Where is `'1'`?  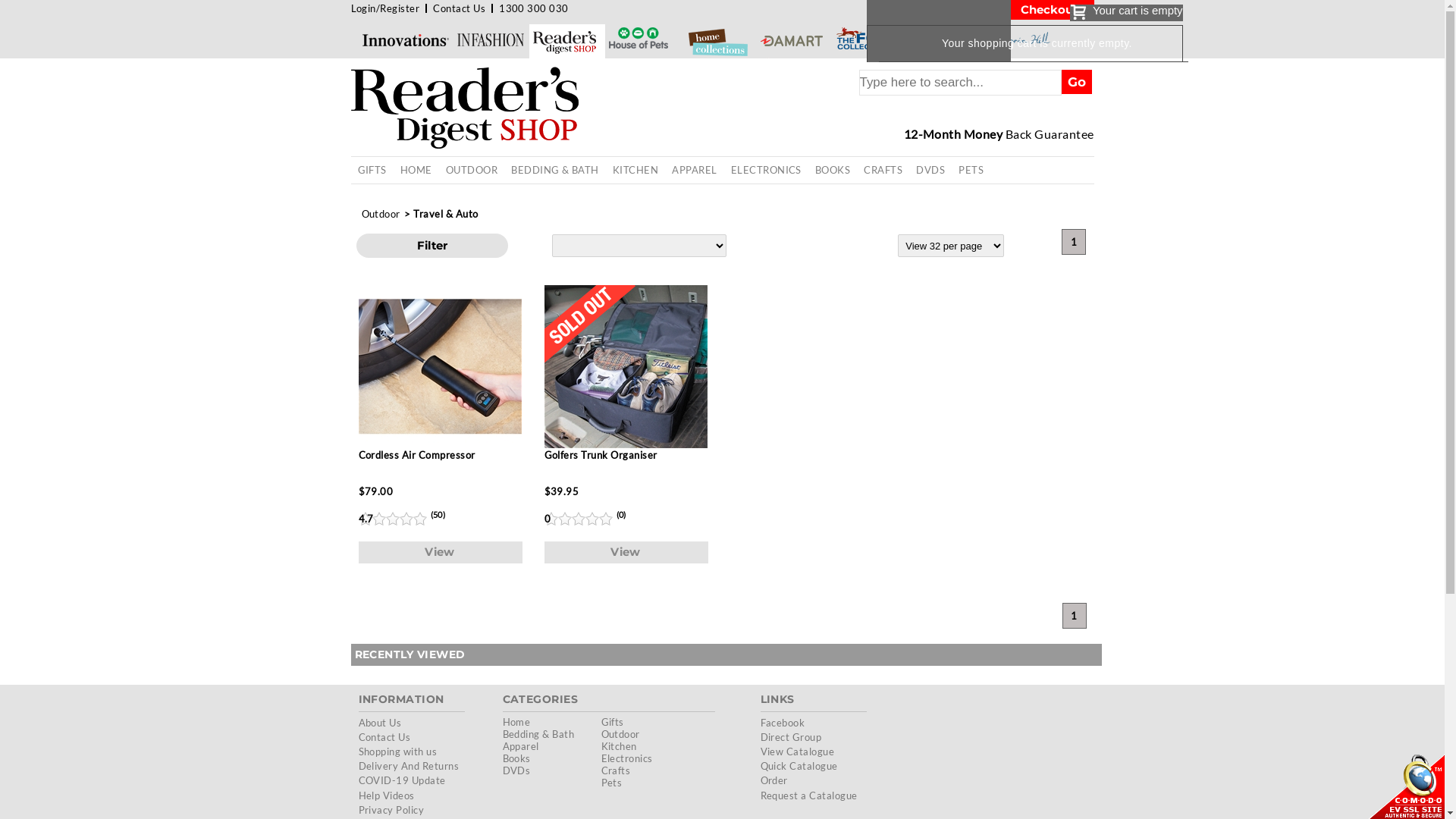 '1' is located at coordinates (1073, 616).